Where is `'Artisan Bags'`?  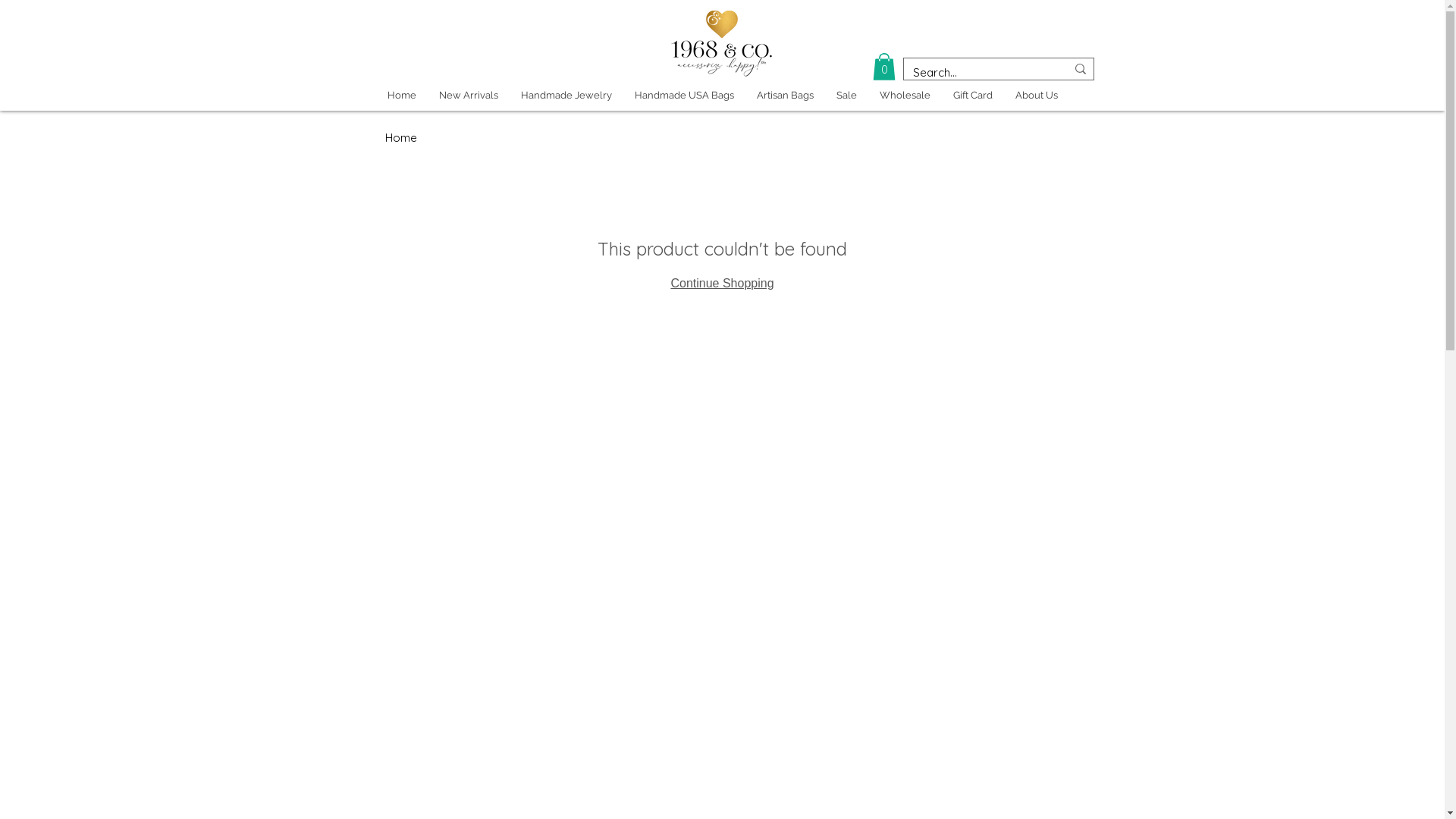
'Artisan Bags' is located at coordinates (784, 96).